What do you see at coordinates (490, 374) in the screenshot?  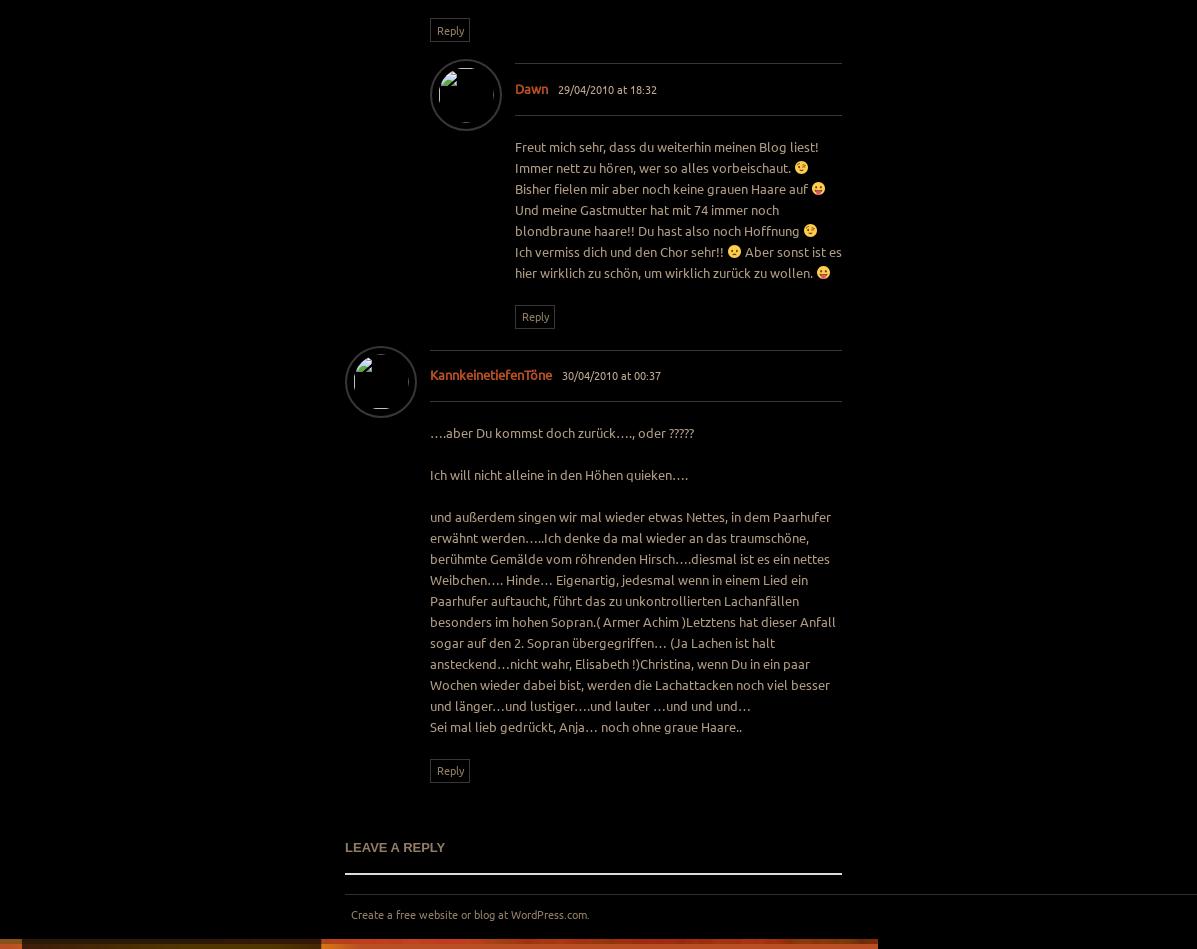 I see `'KannkeinetiefenTöne'` at bounding box center [490, 374].